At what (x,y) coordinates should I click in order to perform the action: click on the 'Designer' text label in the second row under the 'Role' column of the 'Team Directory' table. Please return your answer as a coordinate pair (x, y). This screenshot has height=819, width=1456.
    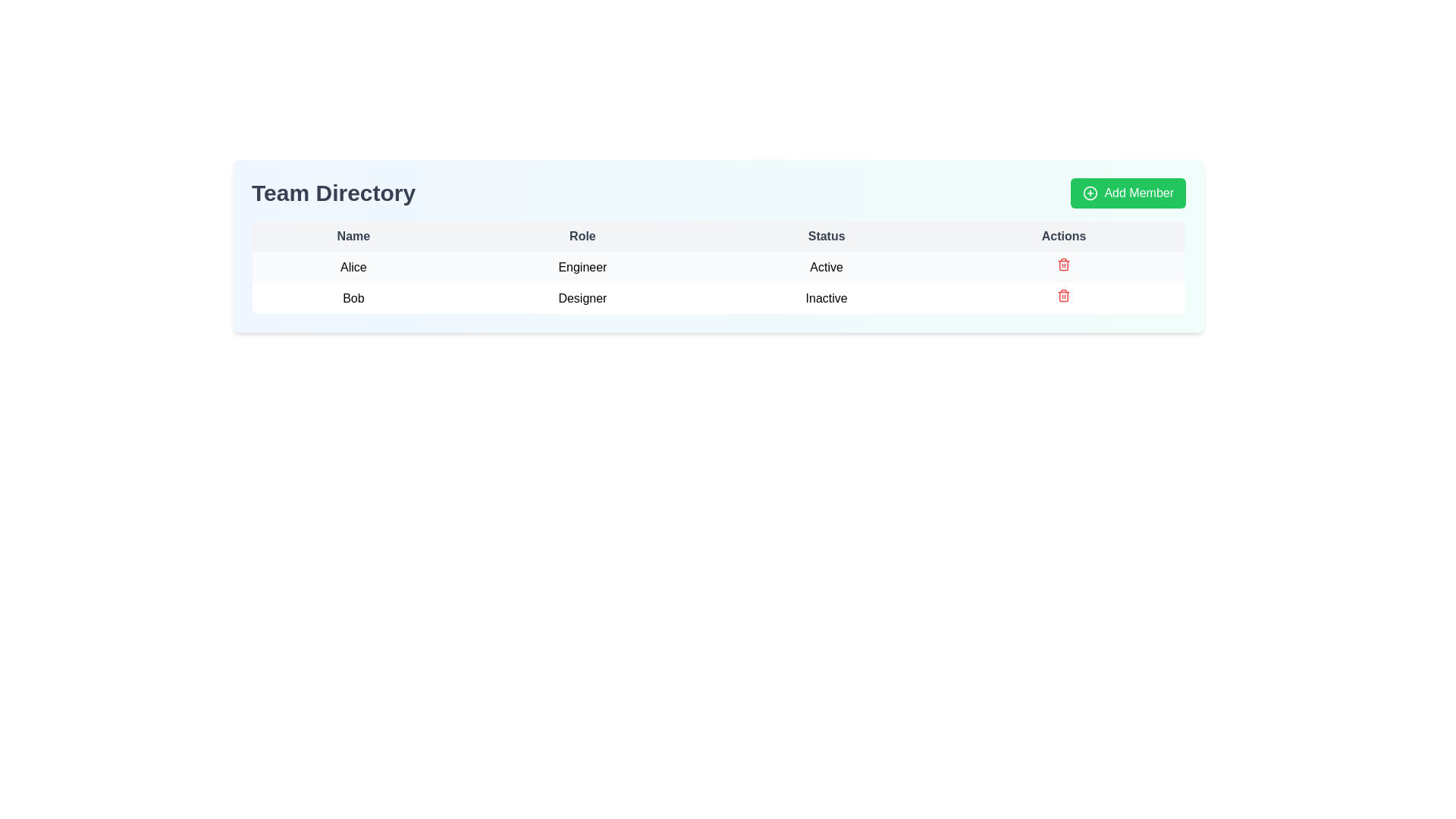
    Looking at the image, I should click on (582, 298).